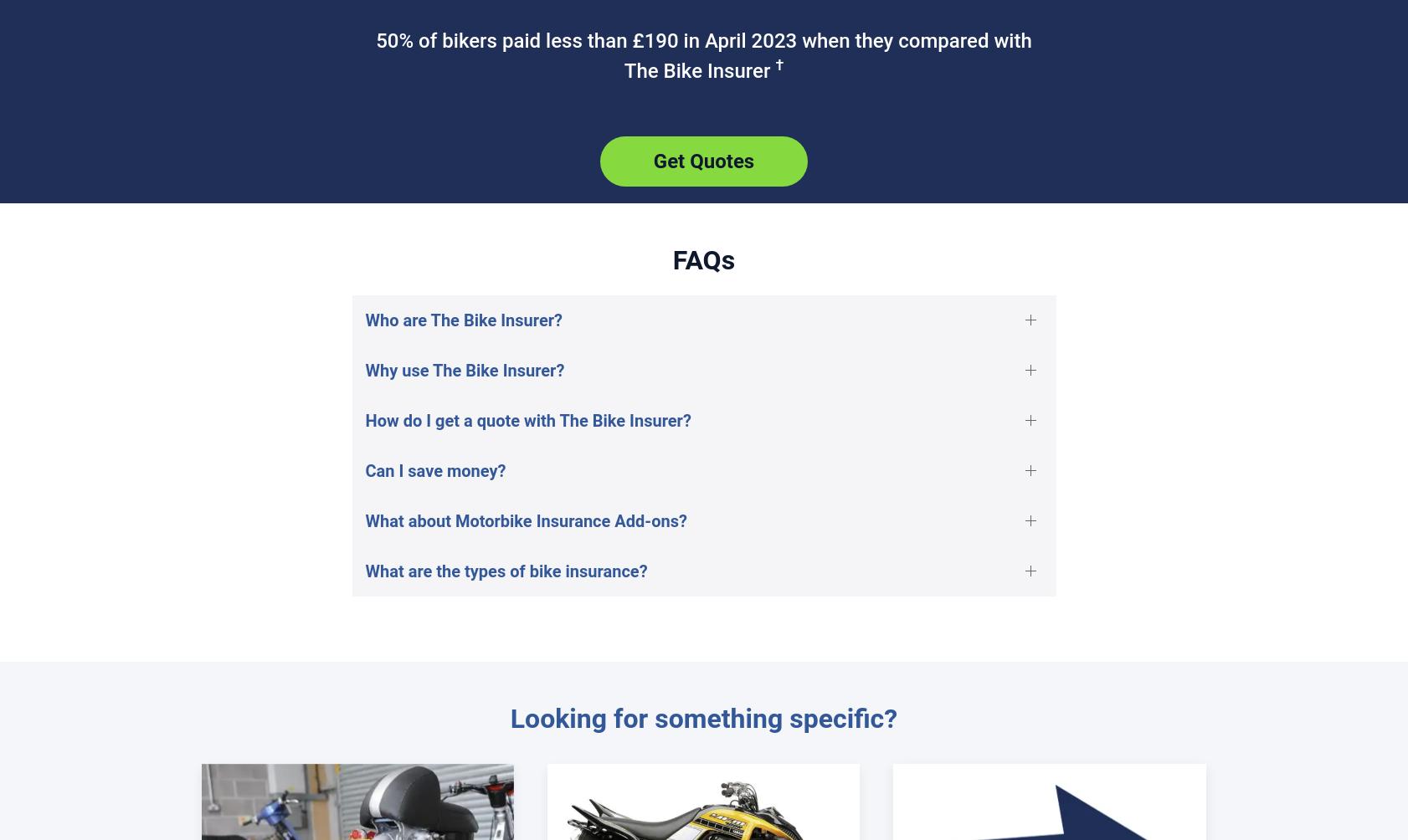 The image size is (1408, 840). Describe the element at coordinates (435, 470) in the screenshot. I see `'Can I save money?'` at that location.